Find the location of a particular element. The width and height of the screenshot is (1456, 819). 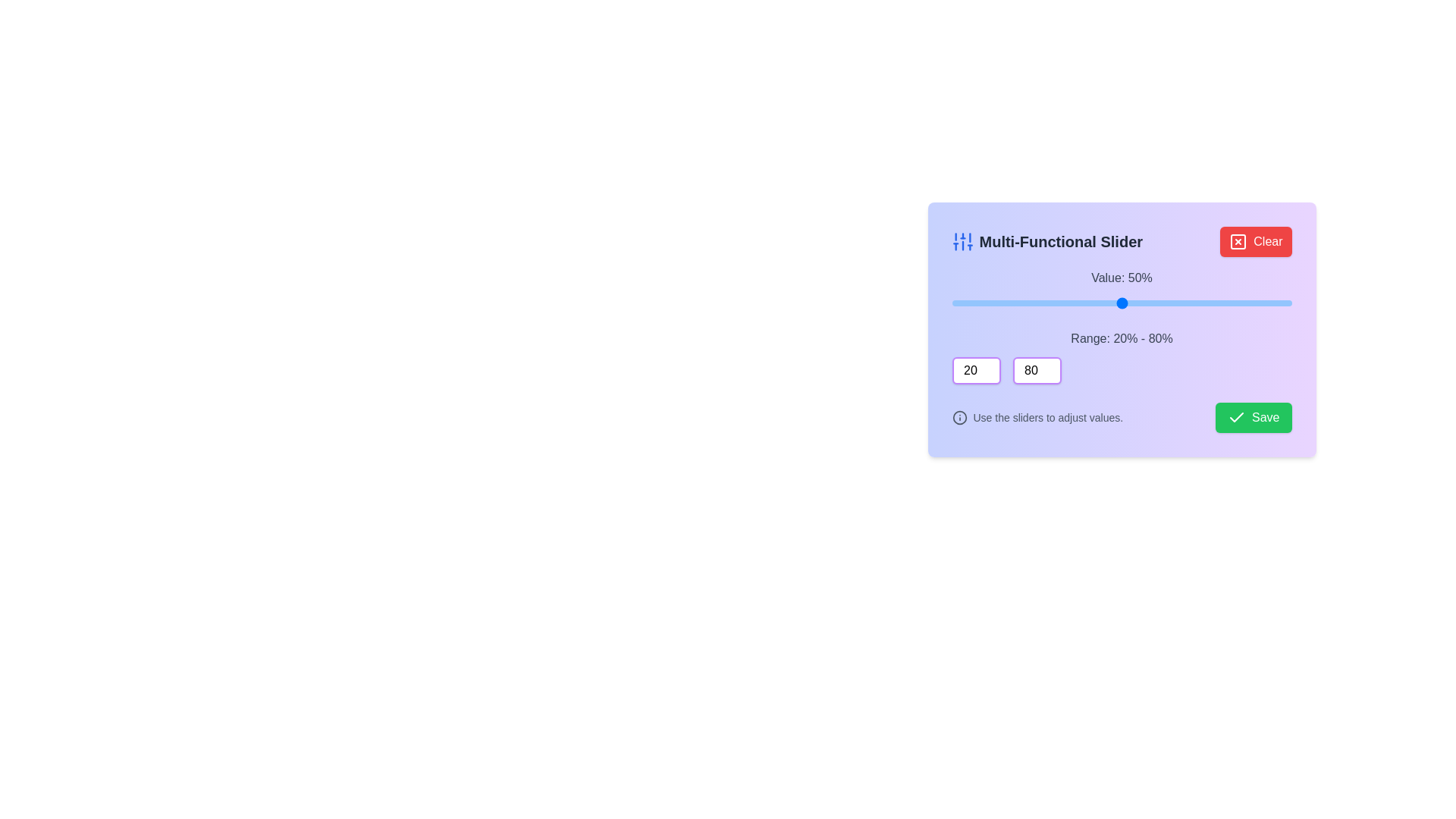

the slider value is located at coordinates (1099, 303).